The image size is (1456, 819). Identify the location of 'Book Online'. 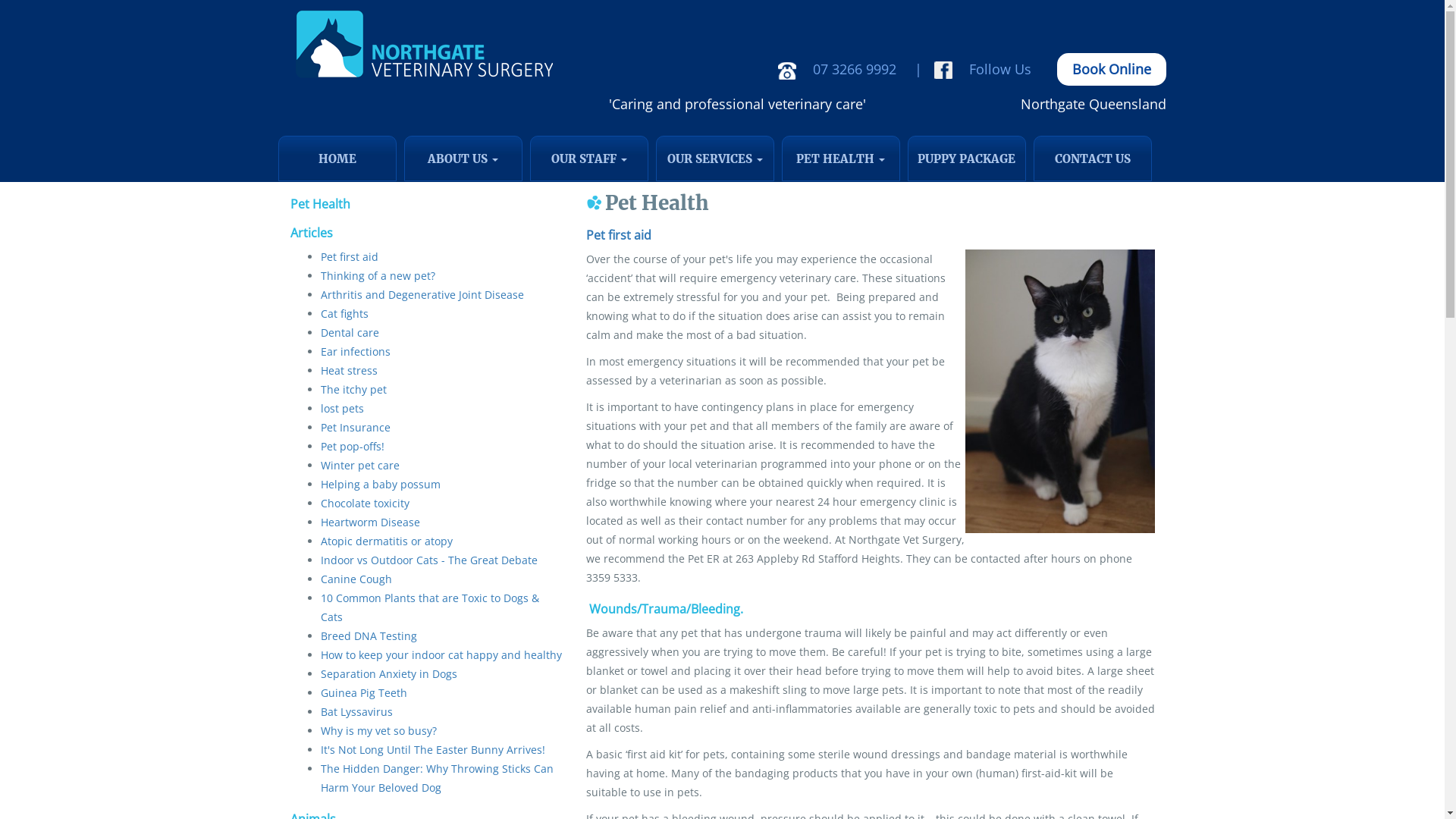
(1111, 69).